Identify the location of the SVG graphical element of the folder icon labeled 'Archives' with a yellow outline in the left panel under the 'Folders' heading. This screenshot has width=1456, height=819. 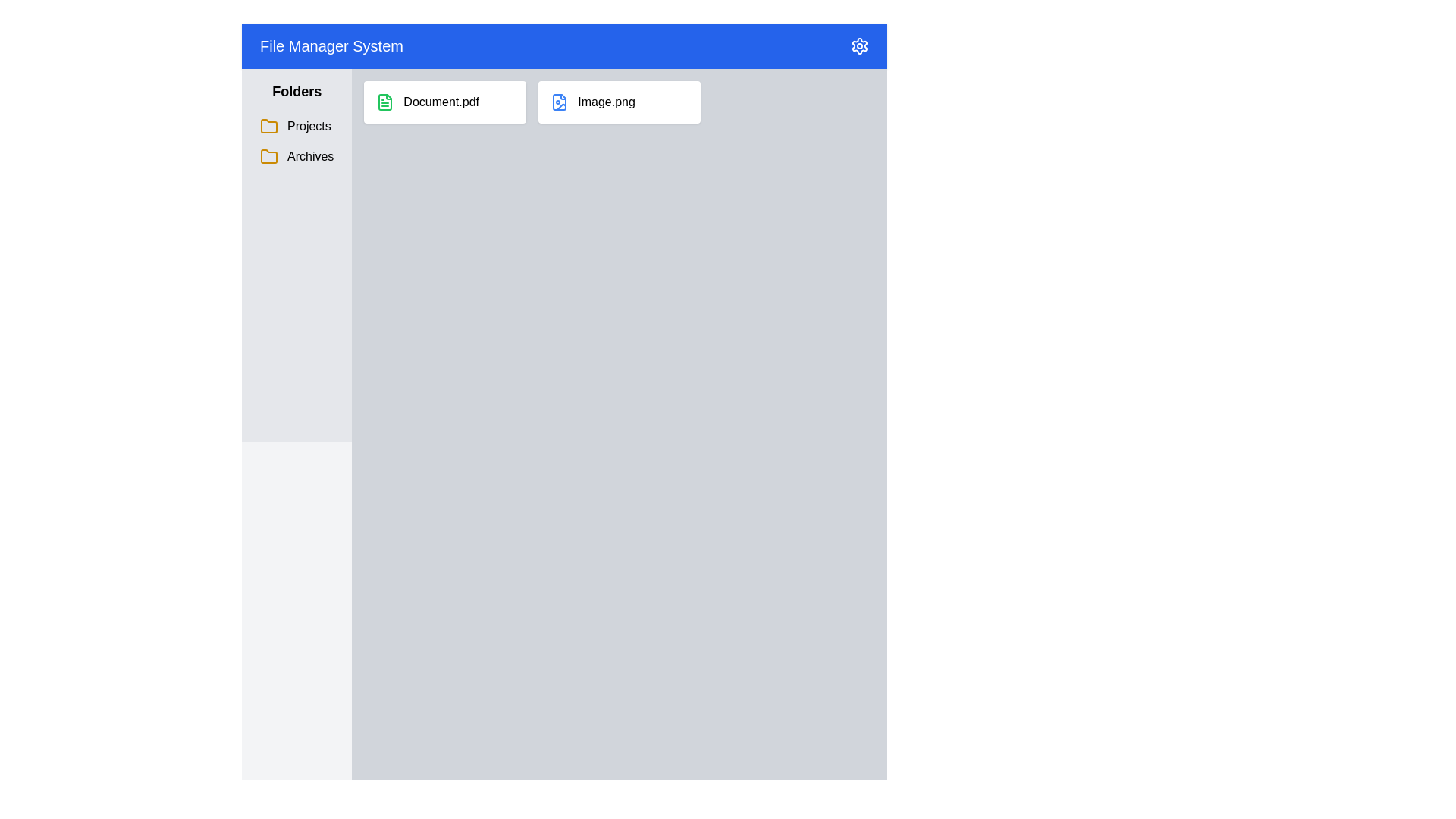
(269, 125).